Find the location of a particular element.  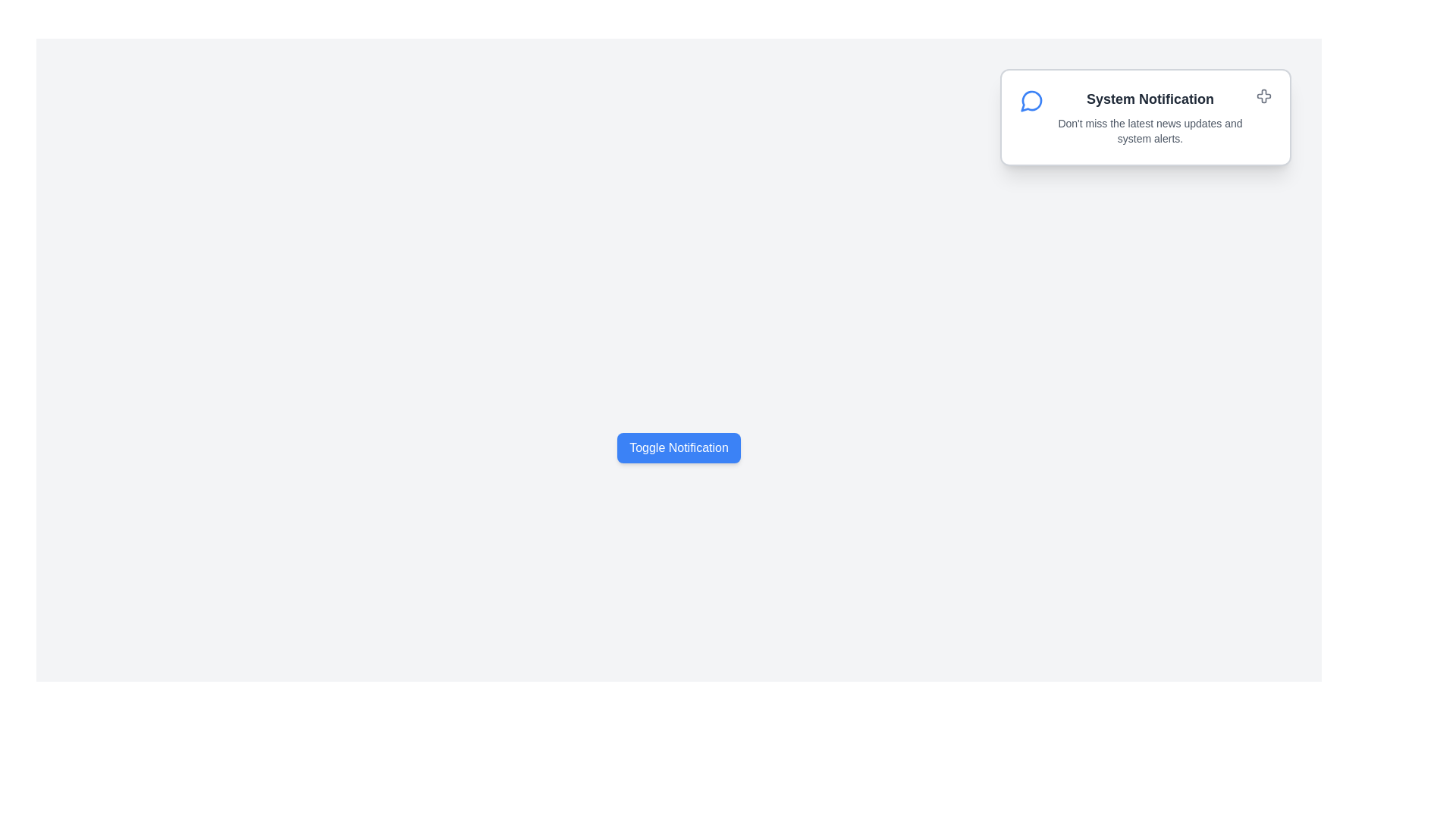

the close button located at the far right of the notification card is located at coordinates (1263, 96).